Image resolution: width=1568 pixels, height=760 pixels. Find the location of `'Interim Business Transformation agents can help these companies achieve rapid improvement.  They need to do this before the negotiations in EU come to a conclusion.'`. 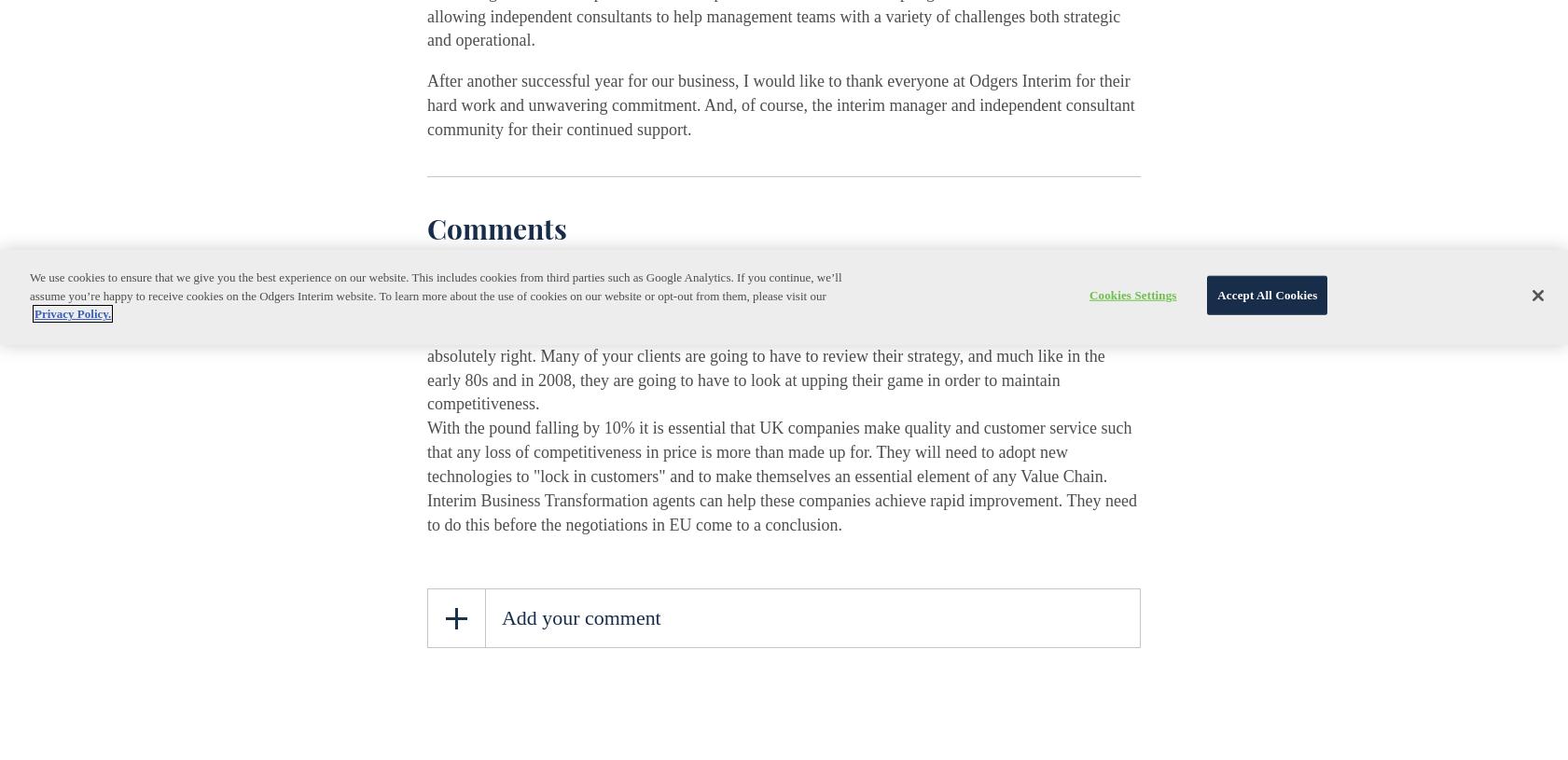

'Interim Business Transformation agents can help these companies achieve rapid improvement.  They need to do this before the negotiations in EU come to a conclusion.' is located at coordinates (426, 511).